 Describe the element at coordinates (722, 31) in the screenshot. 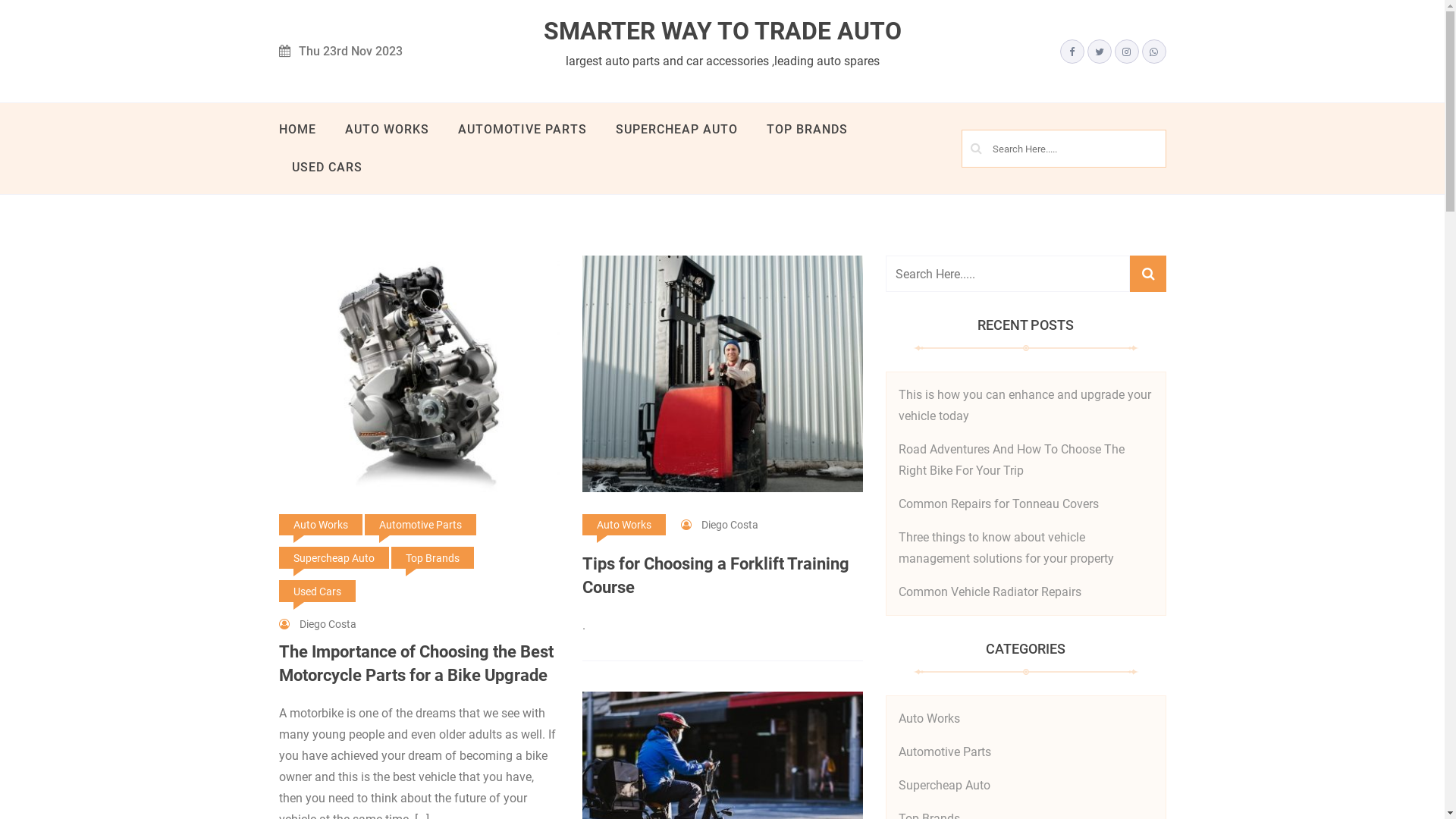

I see `'SMARTER WAY TO TRADE AUTO'` at that location.